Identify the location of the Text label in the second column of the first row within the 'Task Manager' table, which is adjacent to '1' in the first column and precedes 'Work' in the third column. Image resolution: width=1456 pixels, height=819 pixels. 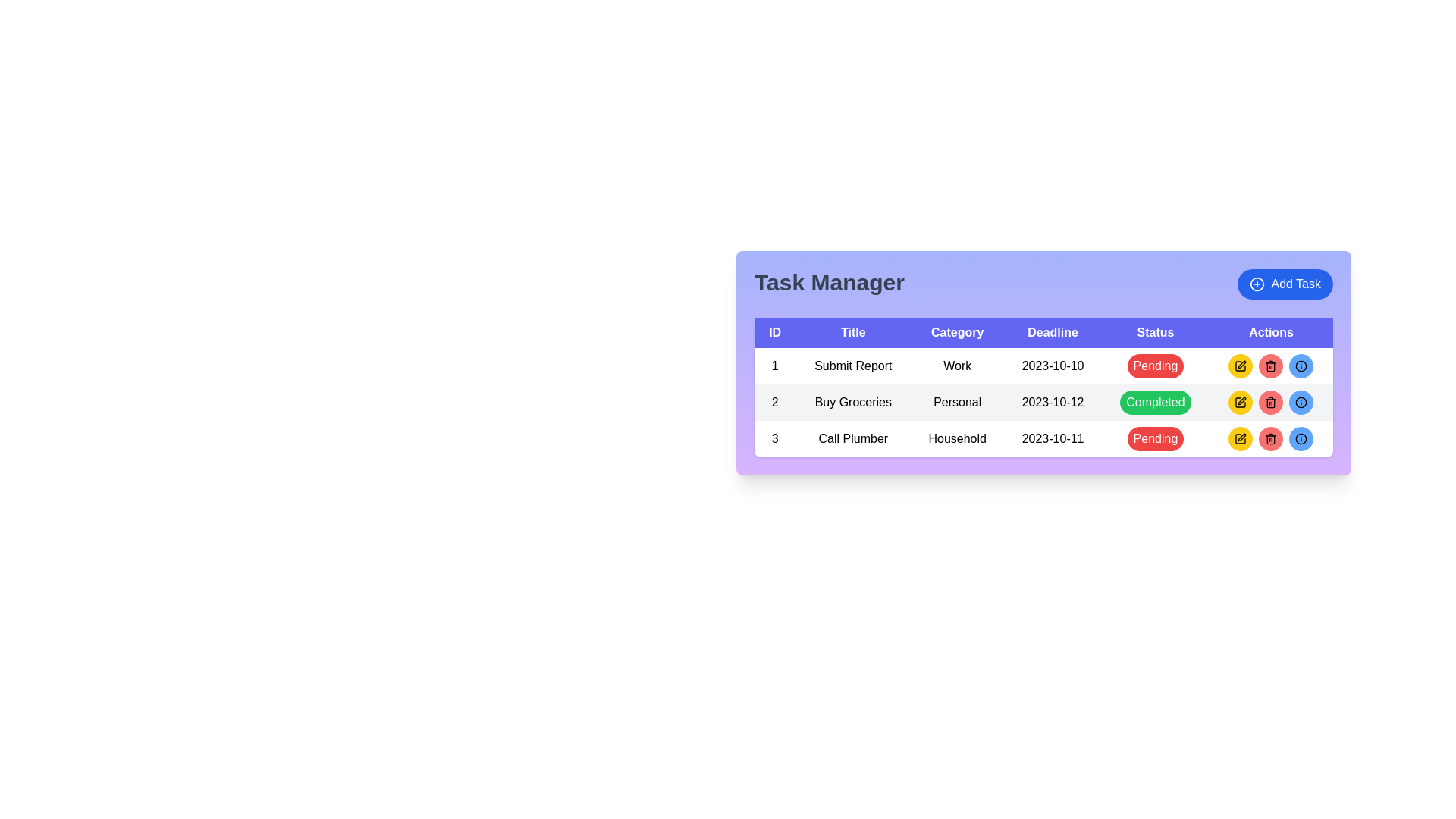
(853, 366).